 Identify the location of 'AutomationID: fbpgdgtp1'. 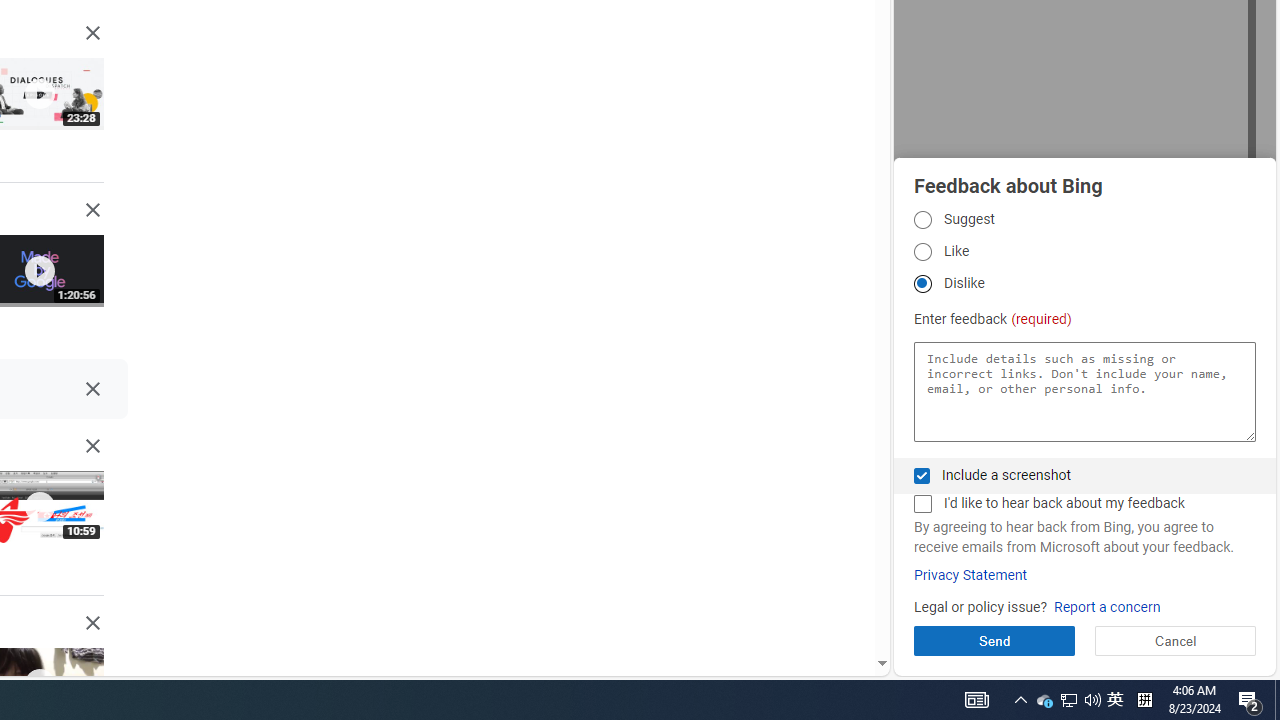
(921, 219).